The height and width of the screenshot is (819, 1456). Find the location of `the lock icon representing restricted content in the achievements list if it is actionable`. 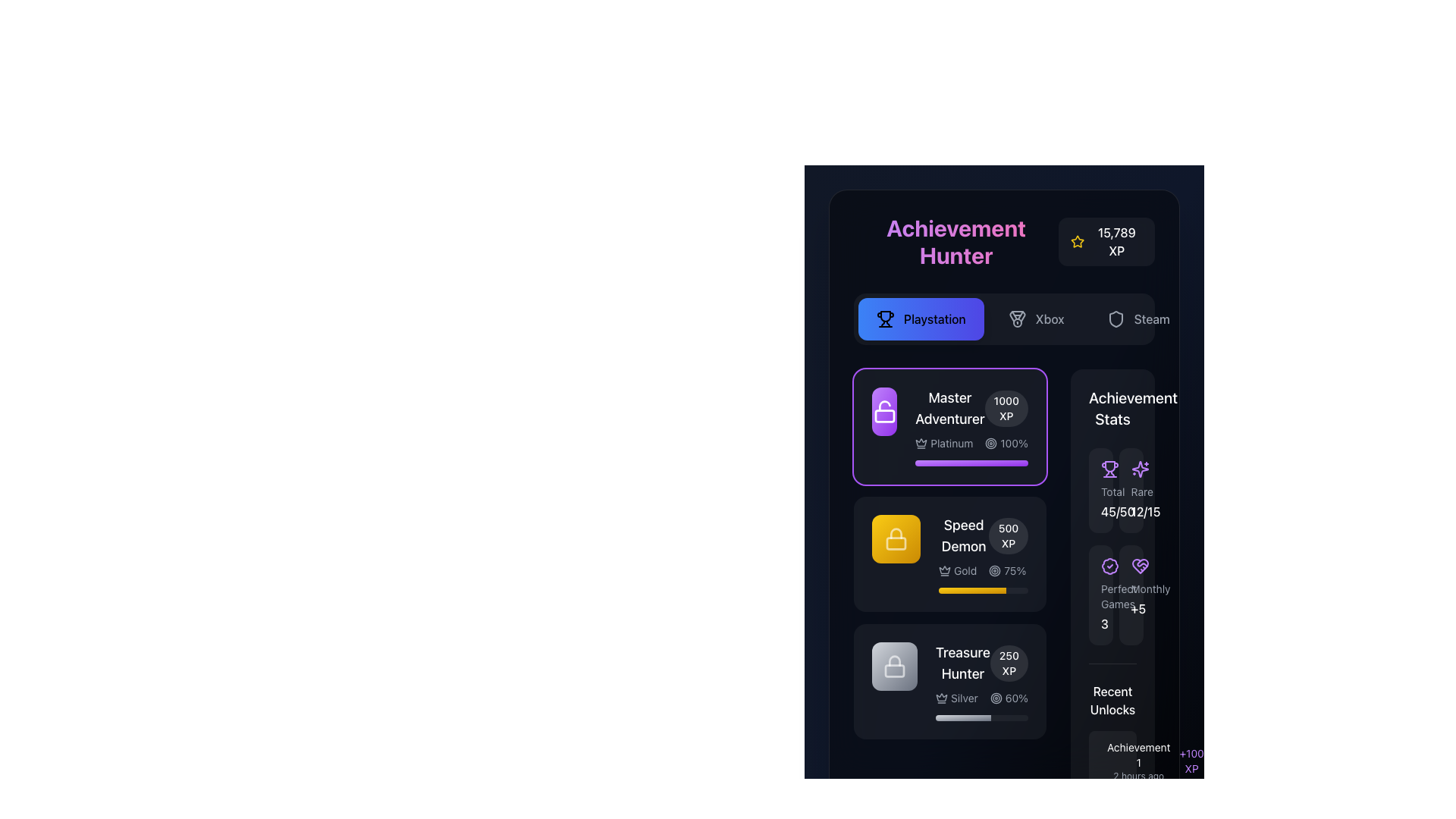

the lock icon representing restricted content in the achievements list if it is actionable is located at coordinates (895, 666).